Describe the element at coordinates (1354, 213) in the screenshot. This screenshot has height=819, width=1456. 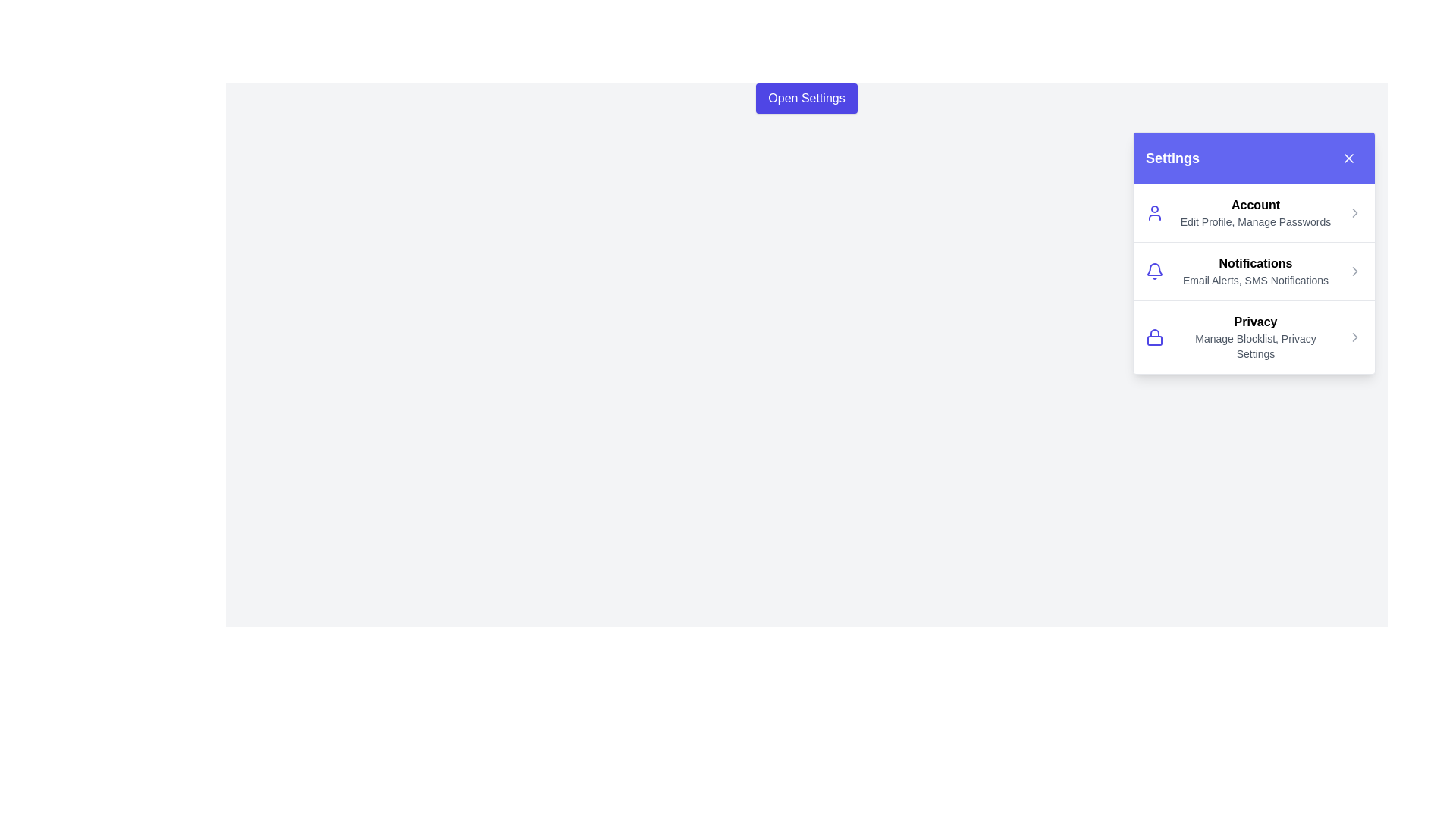
I see `the icon positioned at the far right of the 'Account' list item` at that location.